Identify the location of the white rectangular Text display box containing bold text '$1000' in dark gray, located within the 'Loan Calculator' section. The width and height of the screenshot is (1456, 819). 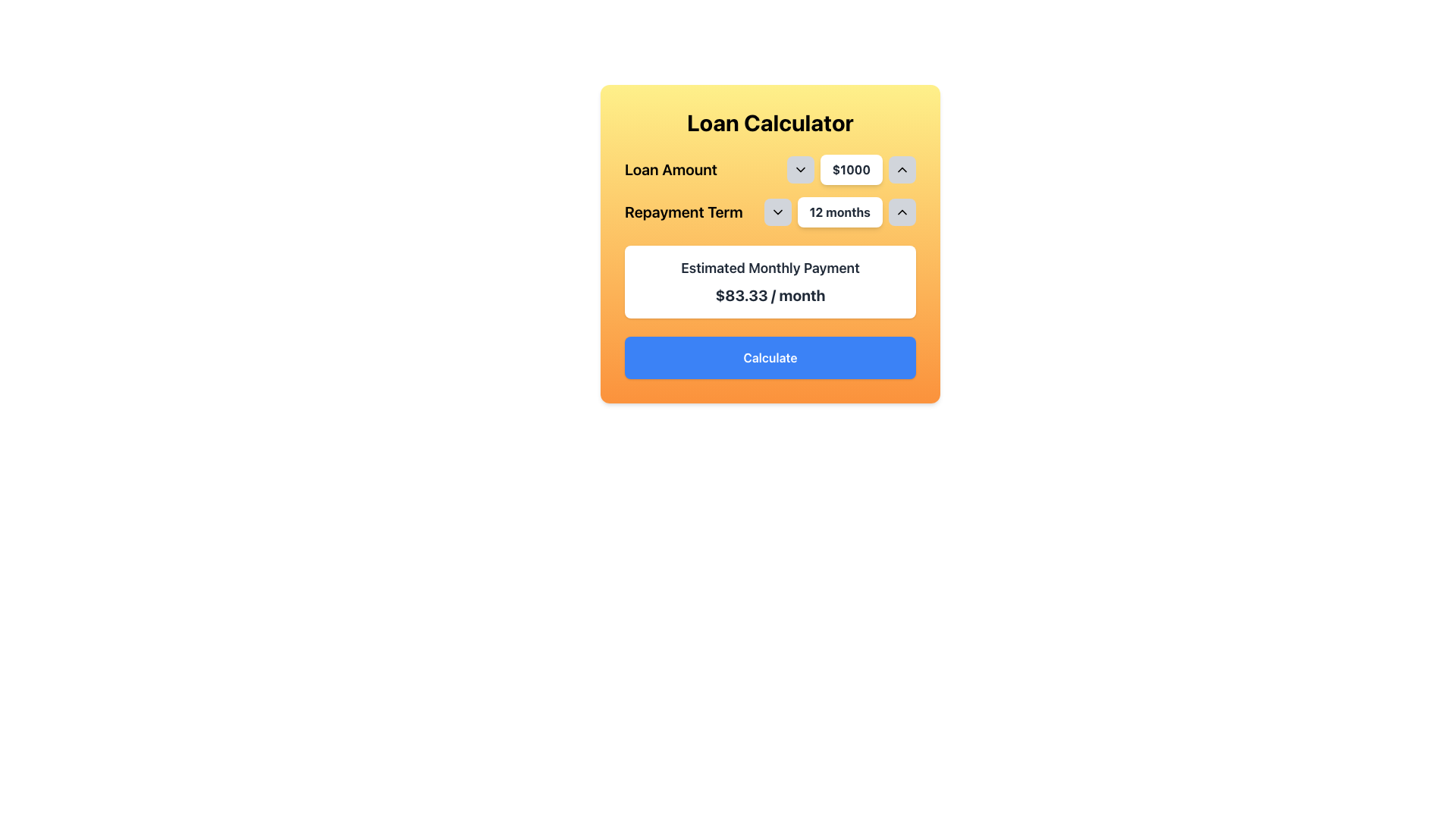
(851, 169).